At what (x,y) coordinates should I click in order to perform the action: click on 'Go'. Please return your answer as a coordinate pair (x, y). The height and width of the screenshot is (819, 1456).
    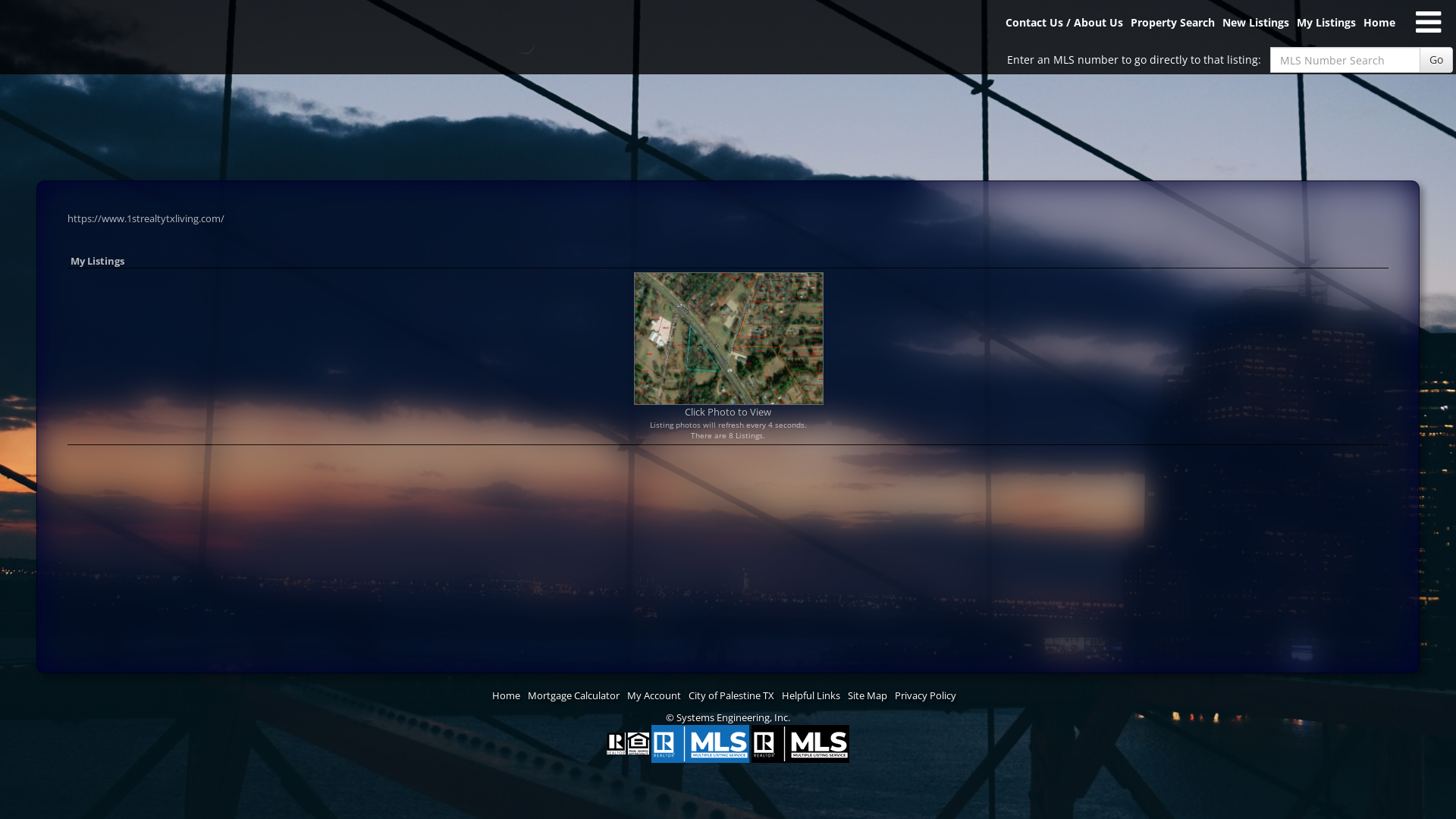
    Looking at the image, I should click on (1436, 58).